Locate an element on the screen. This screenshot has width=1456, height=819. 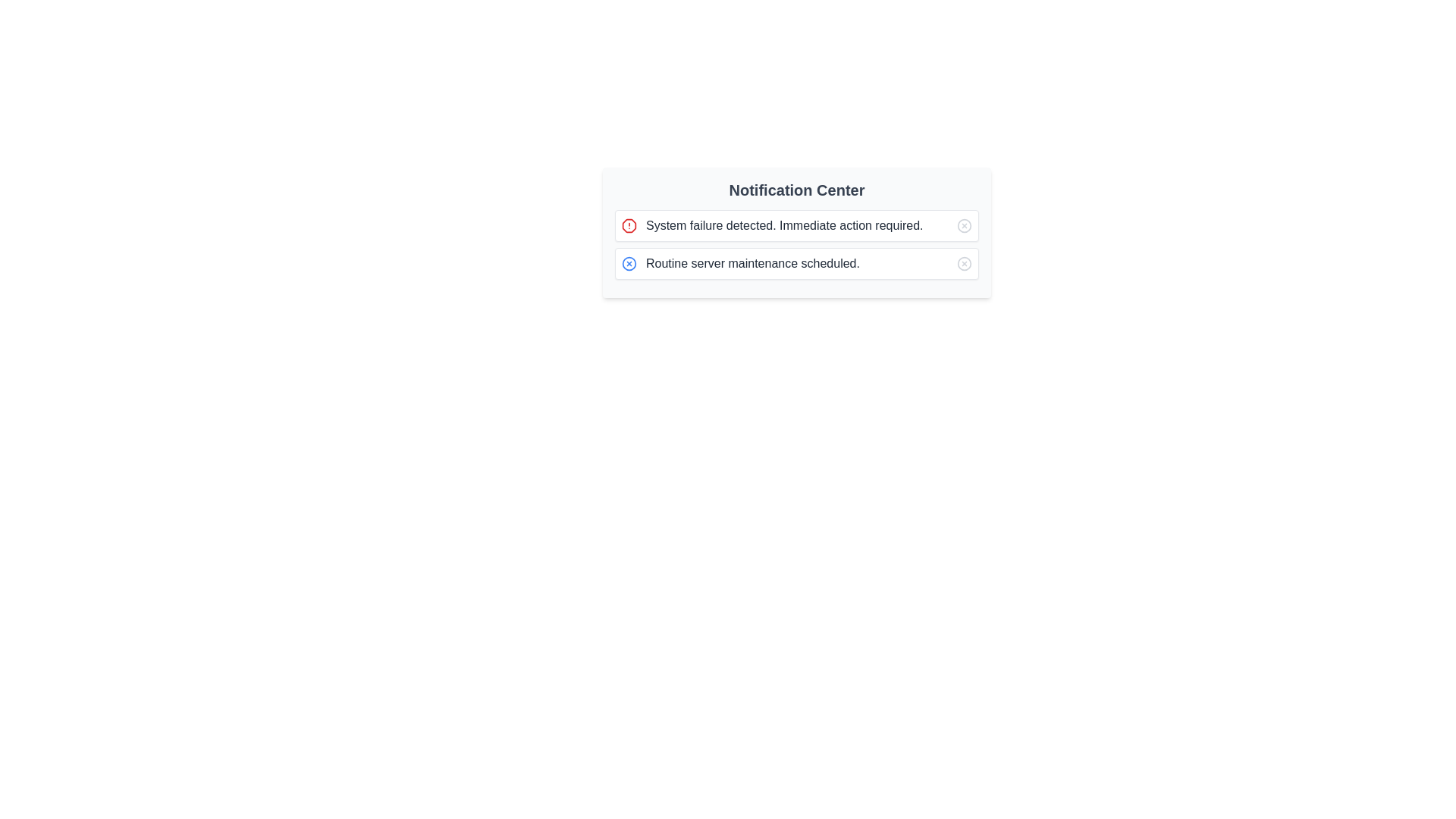
the critical notification by clicking the alert icon located to the left of the text 'System failure detected. Immediate action required.' is located at coordinates (629, 225).